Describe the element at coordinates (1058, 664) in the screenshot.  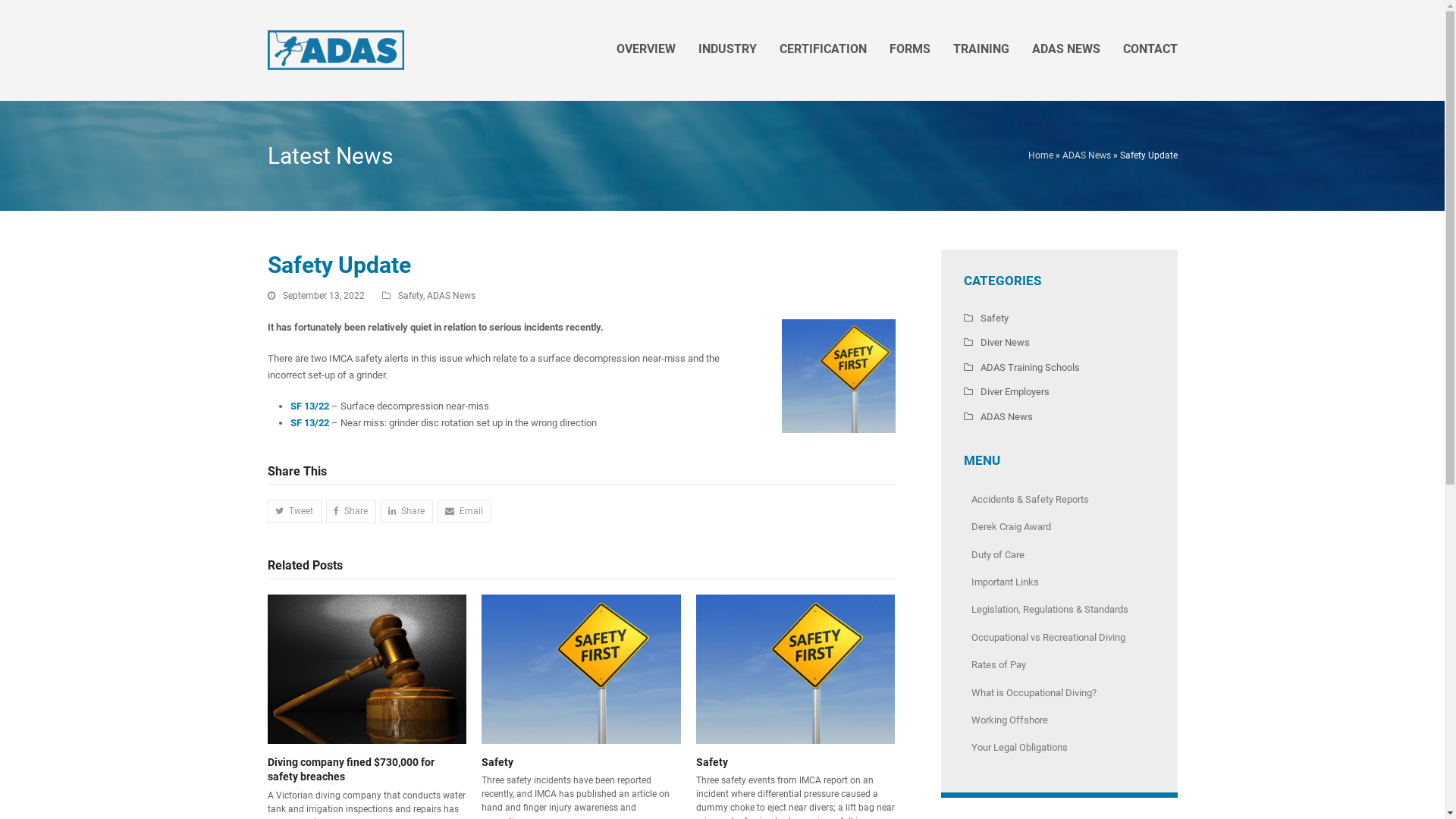
I see `'Rates of Pay'` at that location.